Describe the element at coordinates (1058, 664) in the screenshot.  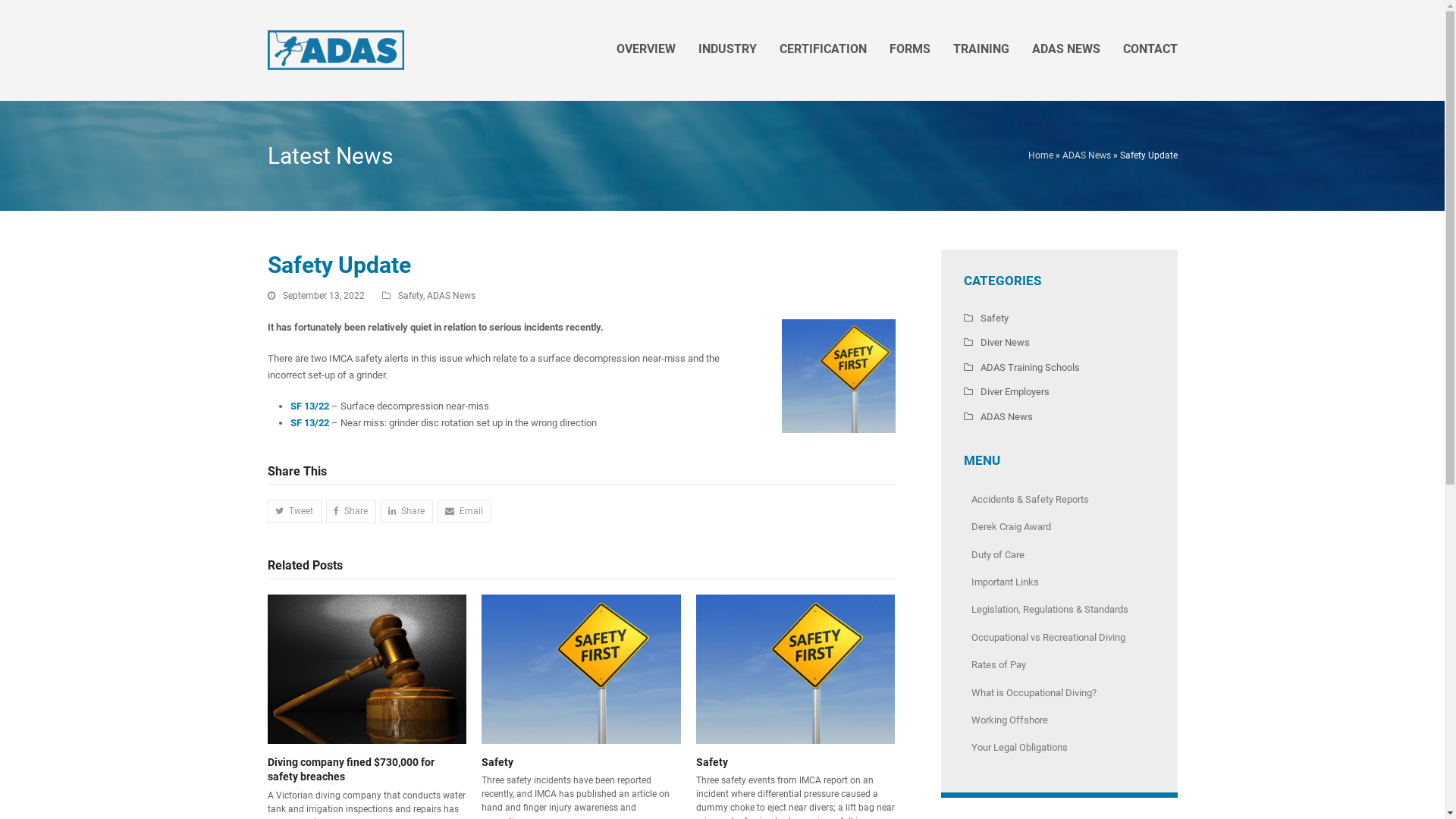
I see `'Rates of Pay'` at that location.